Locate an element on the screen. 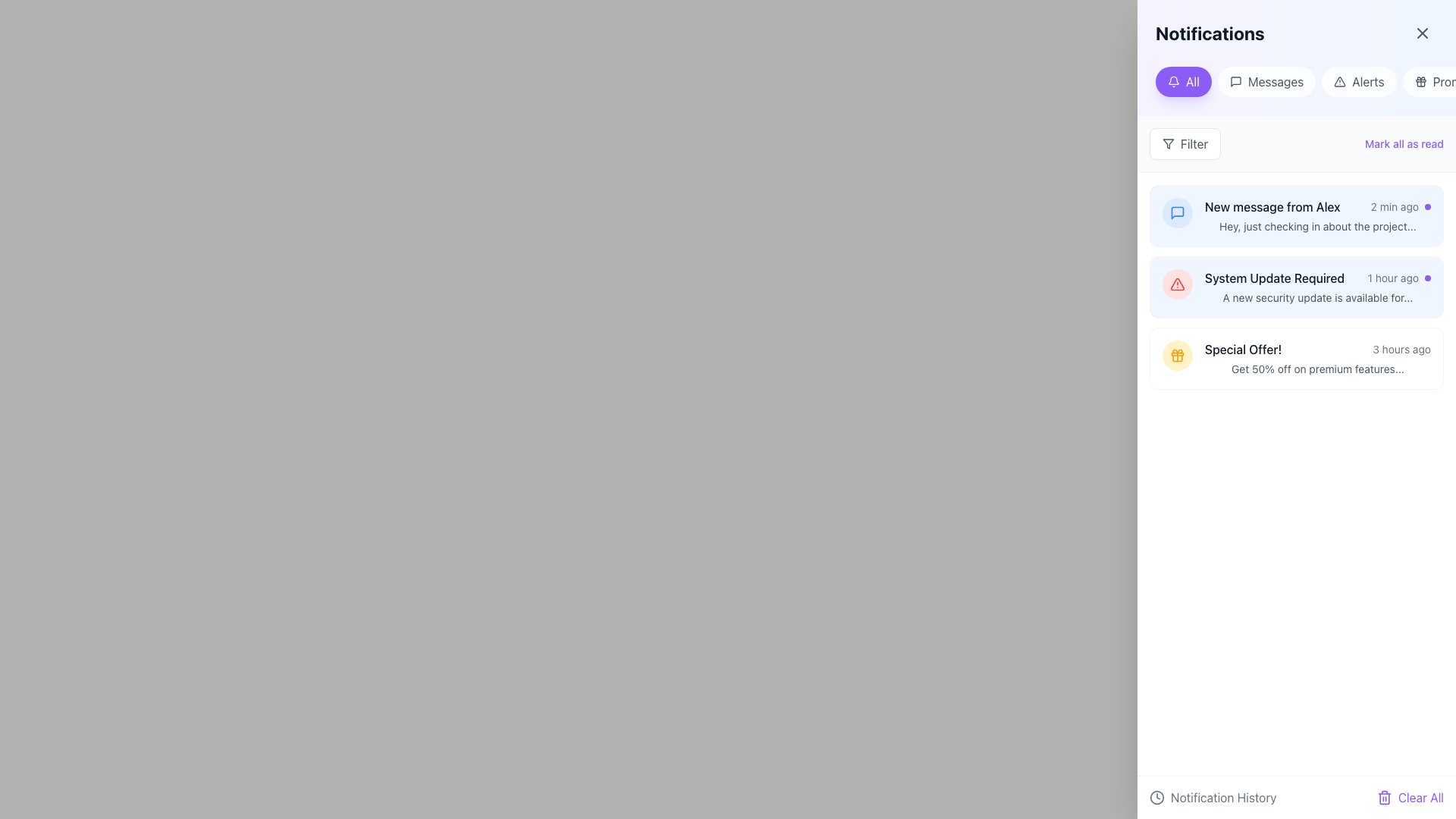 The image size is (1456, 819). the 'clear all notifications' text label located at the bottom-right corner next to the trash bin icon is located at coordinates (1420, 797).